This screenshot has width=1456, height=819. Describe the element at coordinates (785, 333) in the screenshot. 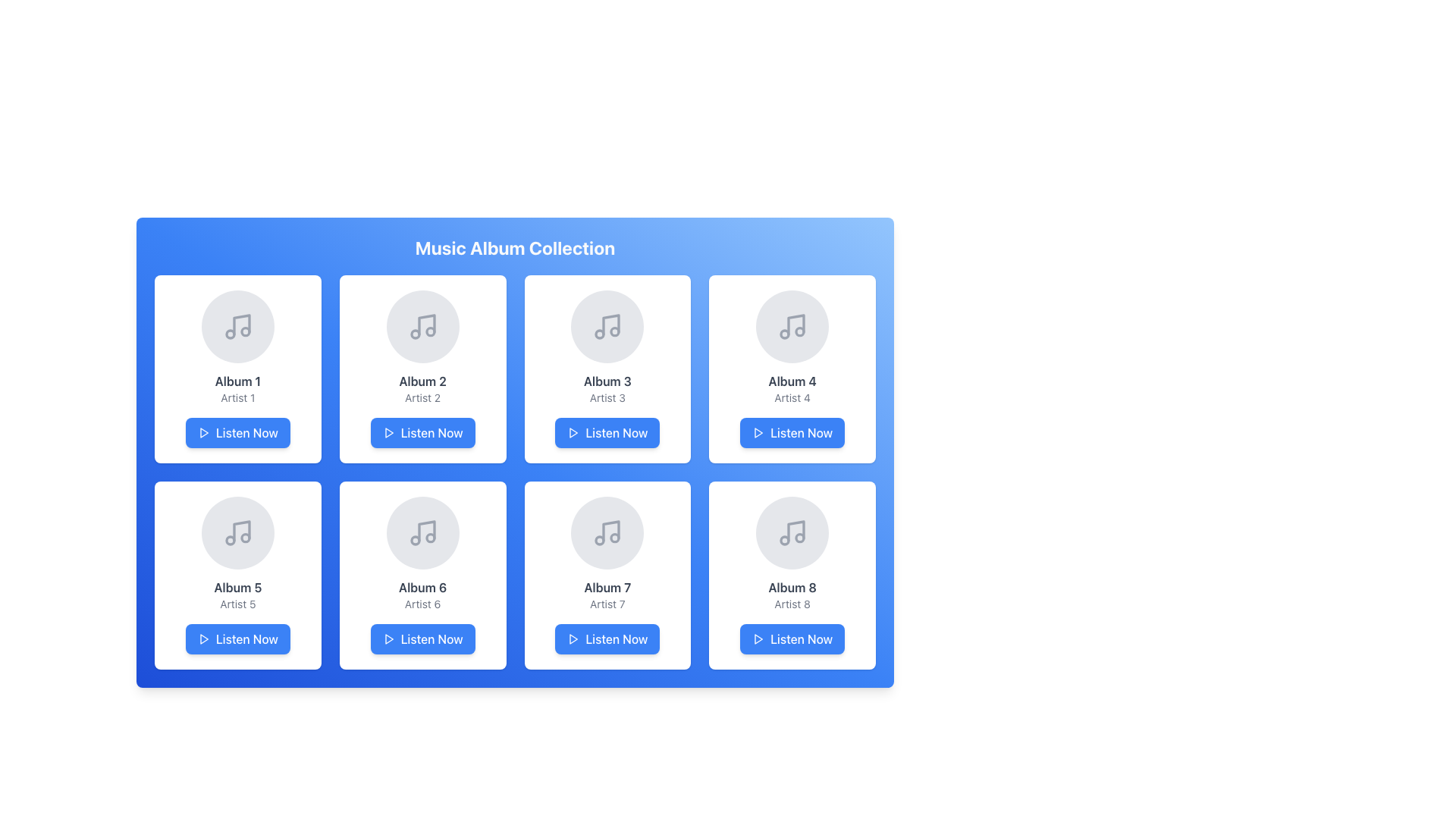

I see `the ornamental musical note icon in the 'Album 4' display, located in the center of the music icon in the fourth tile of the album card grid` at that location.